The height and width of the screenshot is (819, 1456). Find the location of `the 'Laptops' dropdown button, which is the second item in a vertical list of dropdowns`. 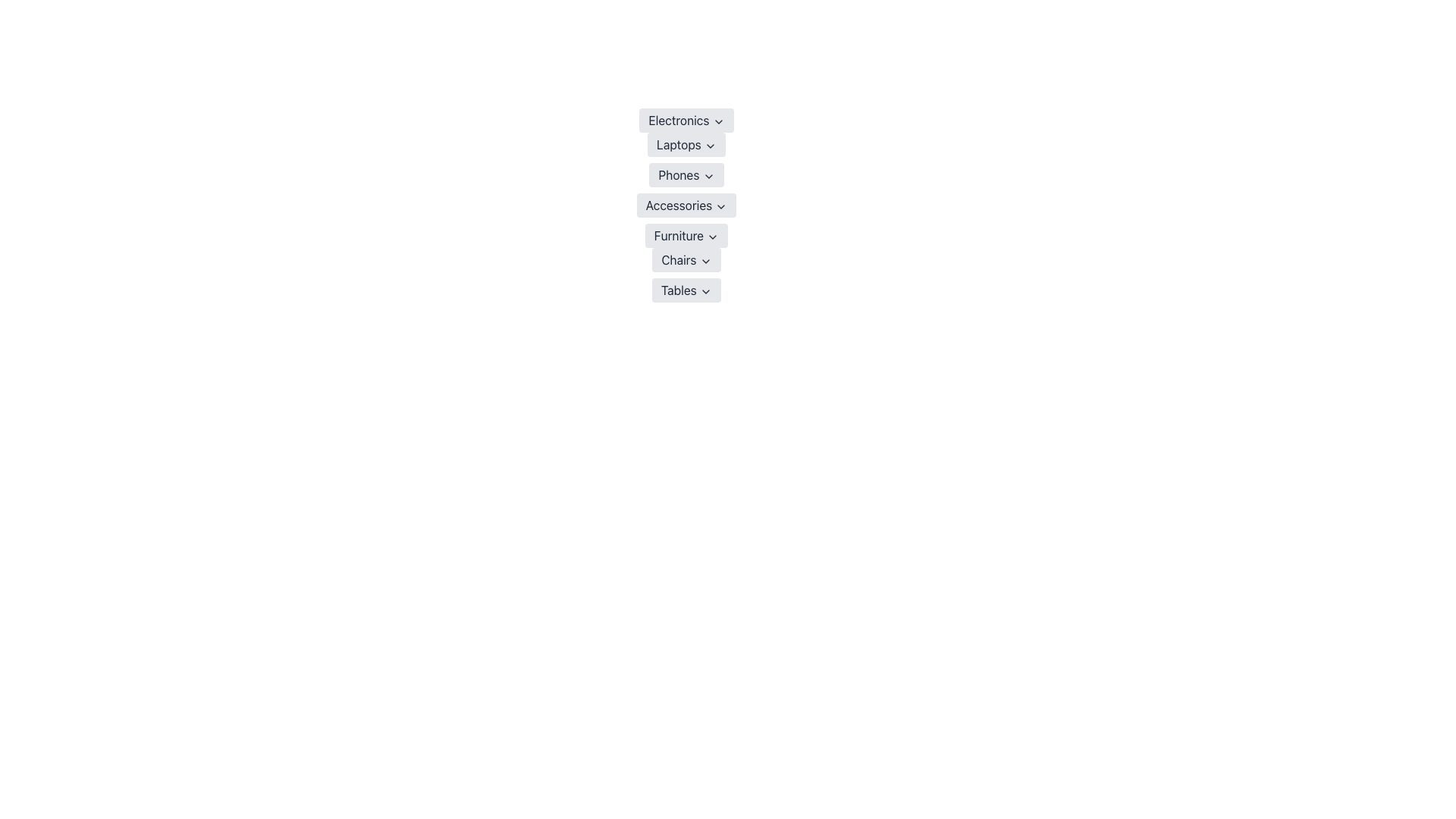

the 'Laptops' dropdown button, which is the second item in a vertical list of dropdowns is located at coordinates (686, 145).